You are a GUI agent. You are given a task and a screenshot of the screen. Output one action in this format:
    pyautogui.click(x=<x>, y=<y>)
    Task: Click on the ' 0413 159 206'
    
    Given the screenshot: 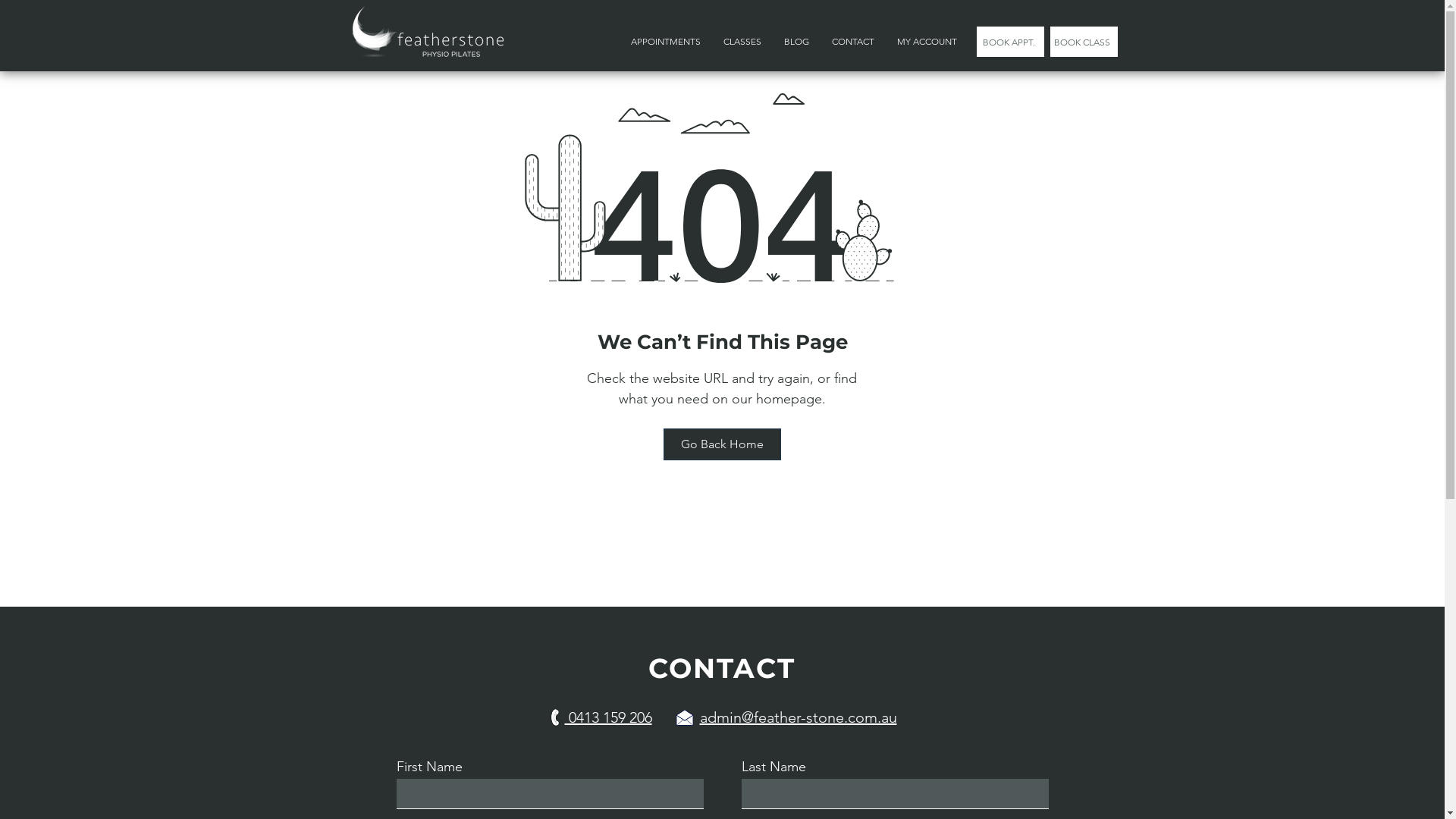 What is the action you would take?
    pyautogui.click(x=607, y=717)
    